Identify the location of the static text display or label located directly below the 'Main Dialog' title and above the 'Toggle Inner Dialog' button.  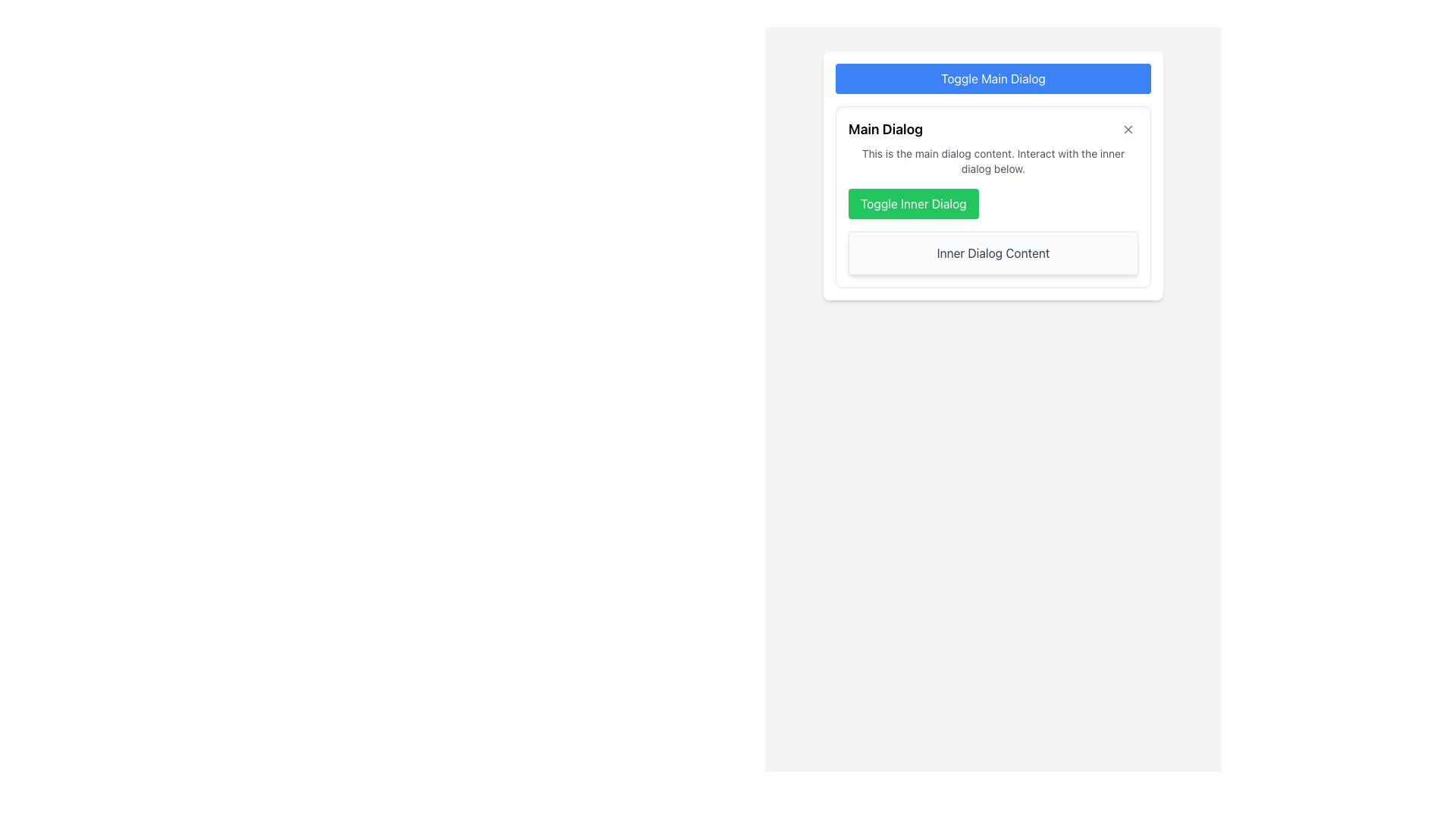
(993, 161).